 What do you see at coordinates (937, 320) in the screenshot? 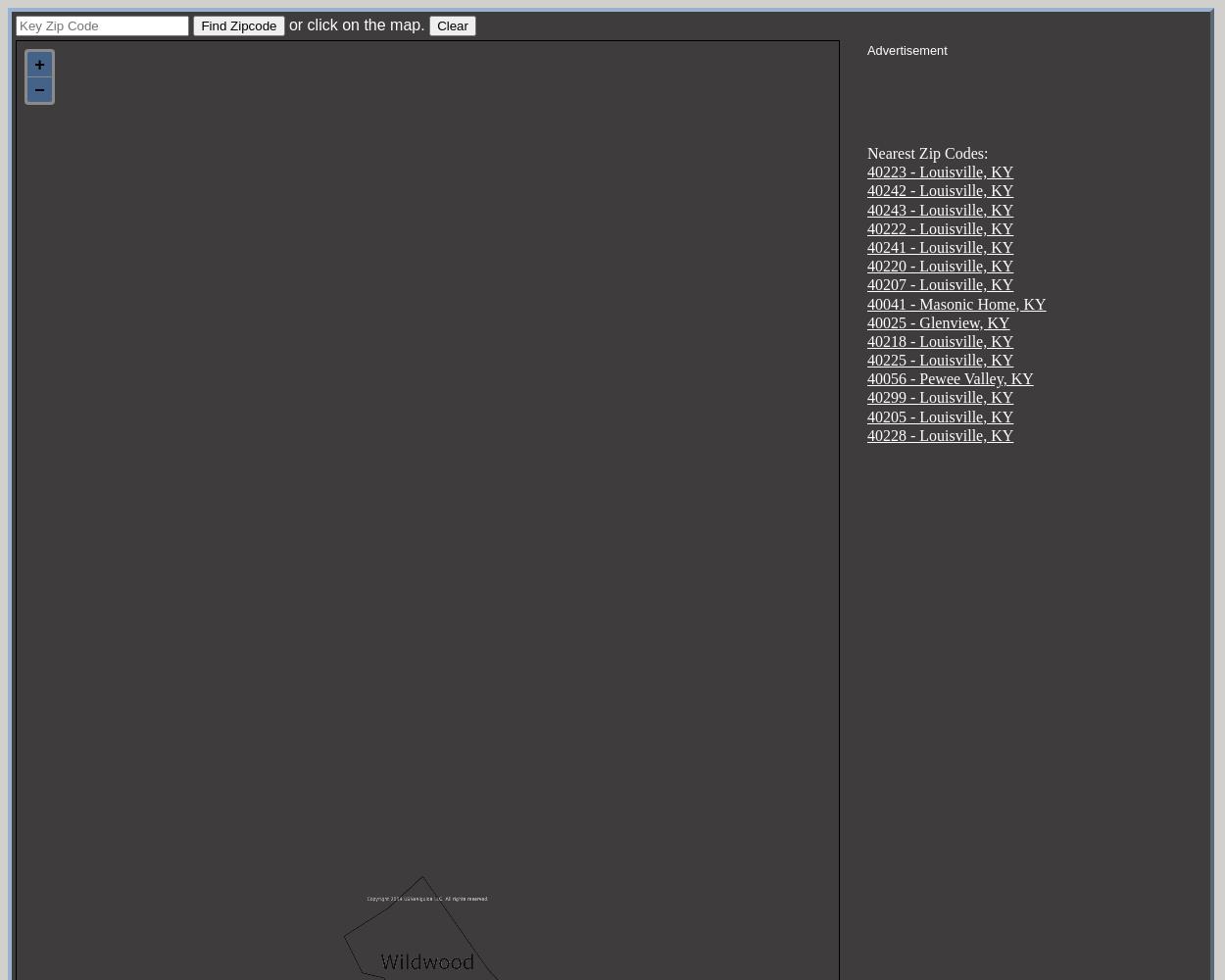
I see `'40025 - Glenview, KY'` at bounding box center [937, 320].